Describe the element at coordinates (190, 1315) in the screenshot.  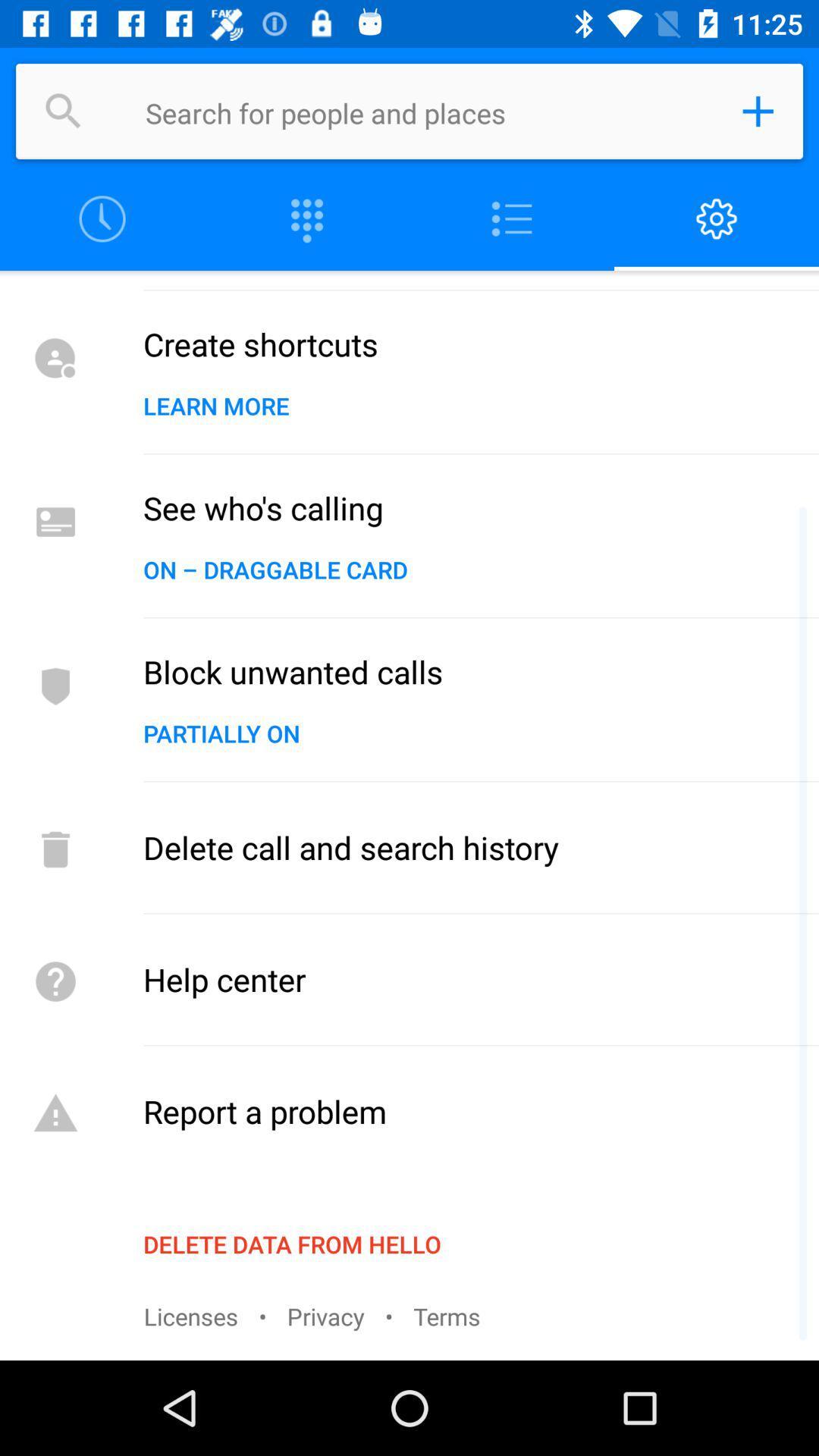
I see `licenses icon` at that location.